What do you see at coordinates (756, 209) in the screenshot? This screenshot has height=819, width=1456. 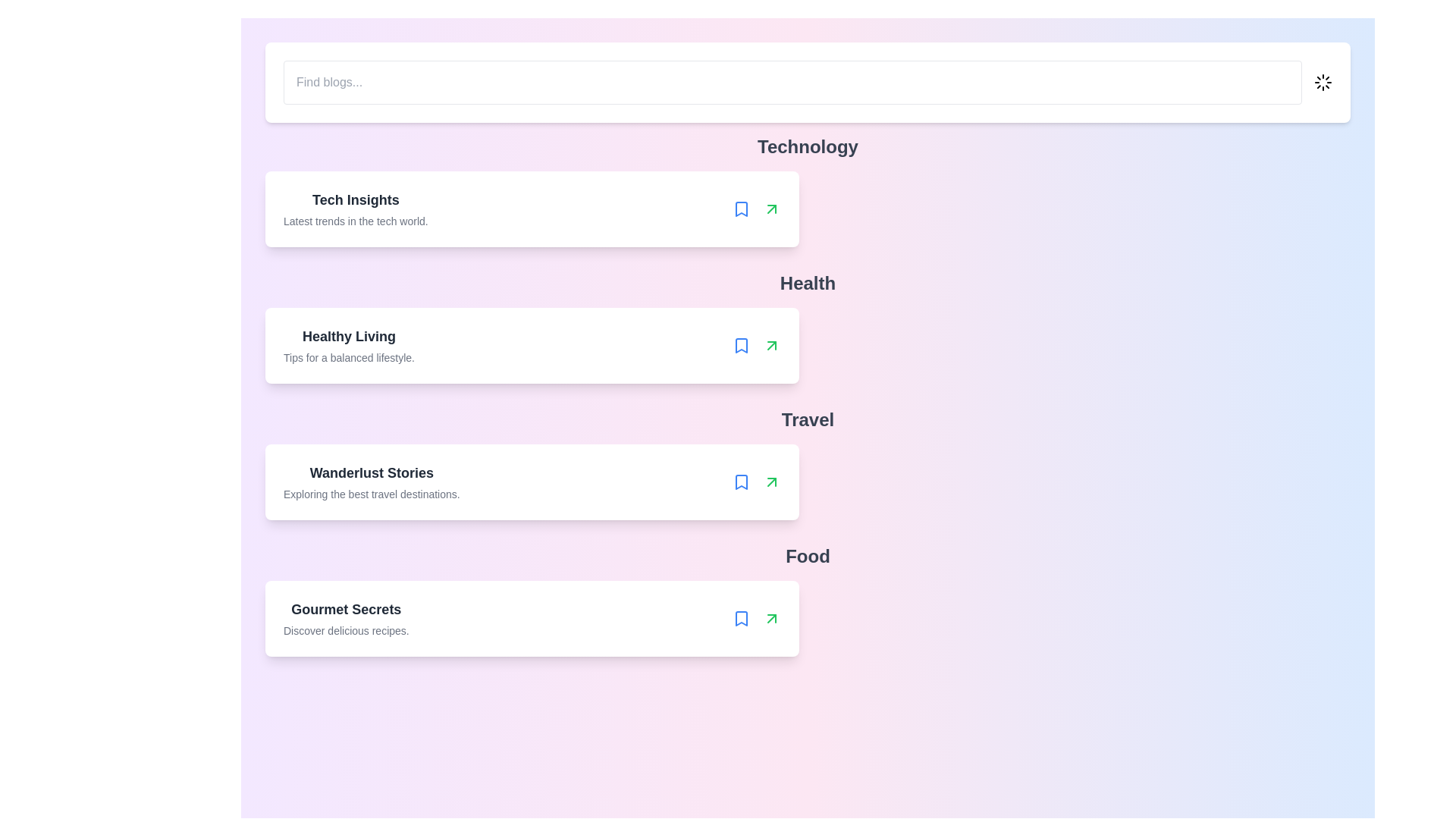 I see `the bookmark icon within the Custom grouping multiple interactive icons in the Tech Insights card under the Technology section` at bounding box center [756, 209].